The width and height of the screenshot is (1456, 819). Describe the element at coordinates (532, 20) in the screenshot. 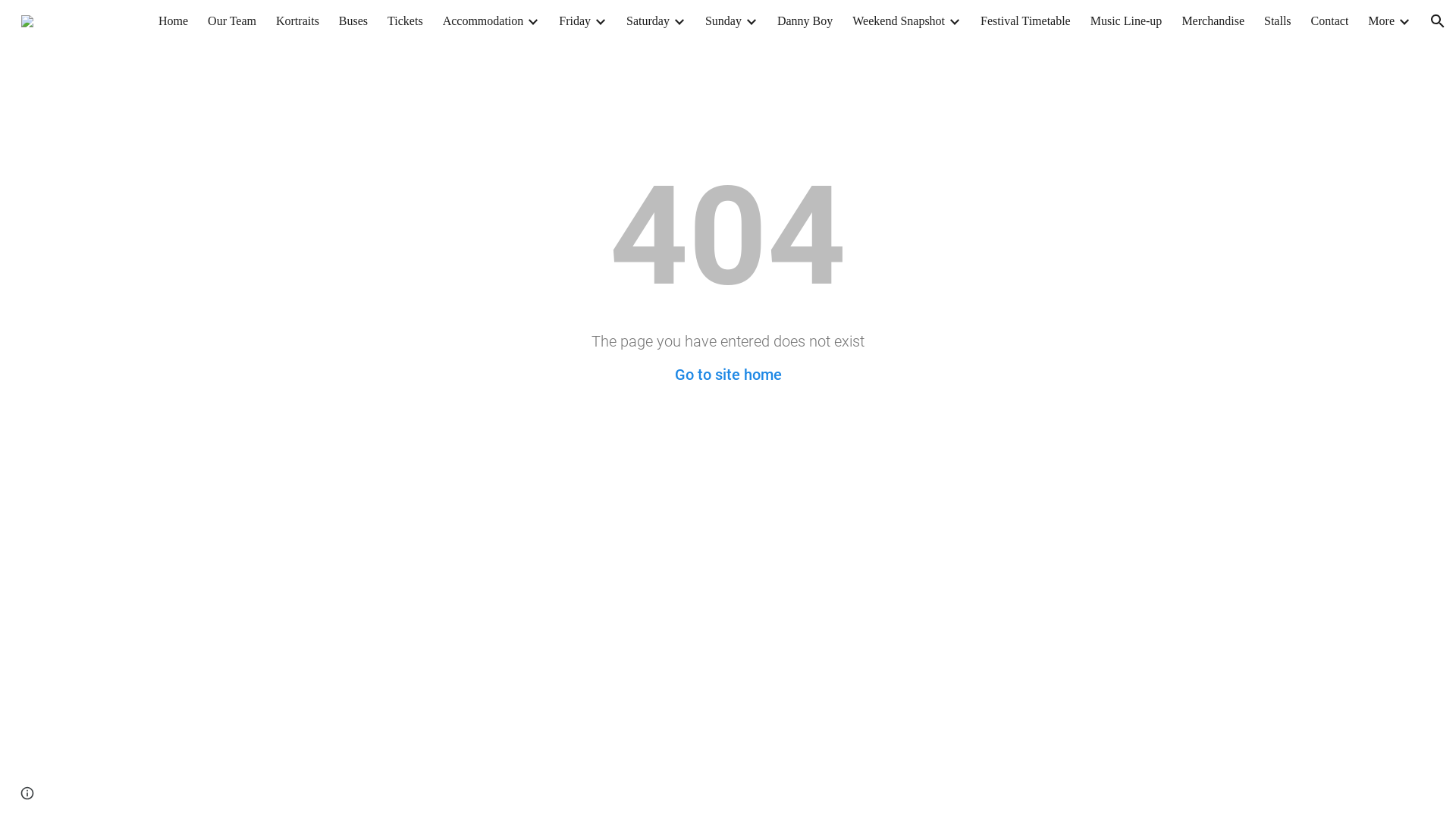

I see `'Expand/Collapse'` at that location.